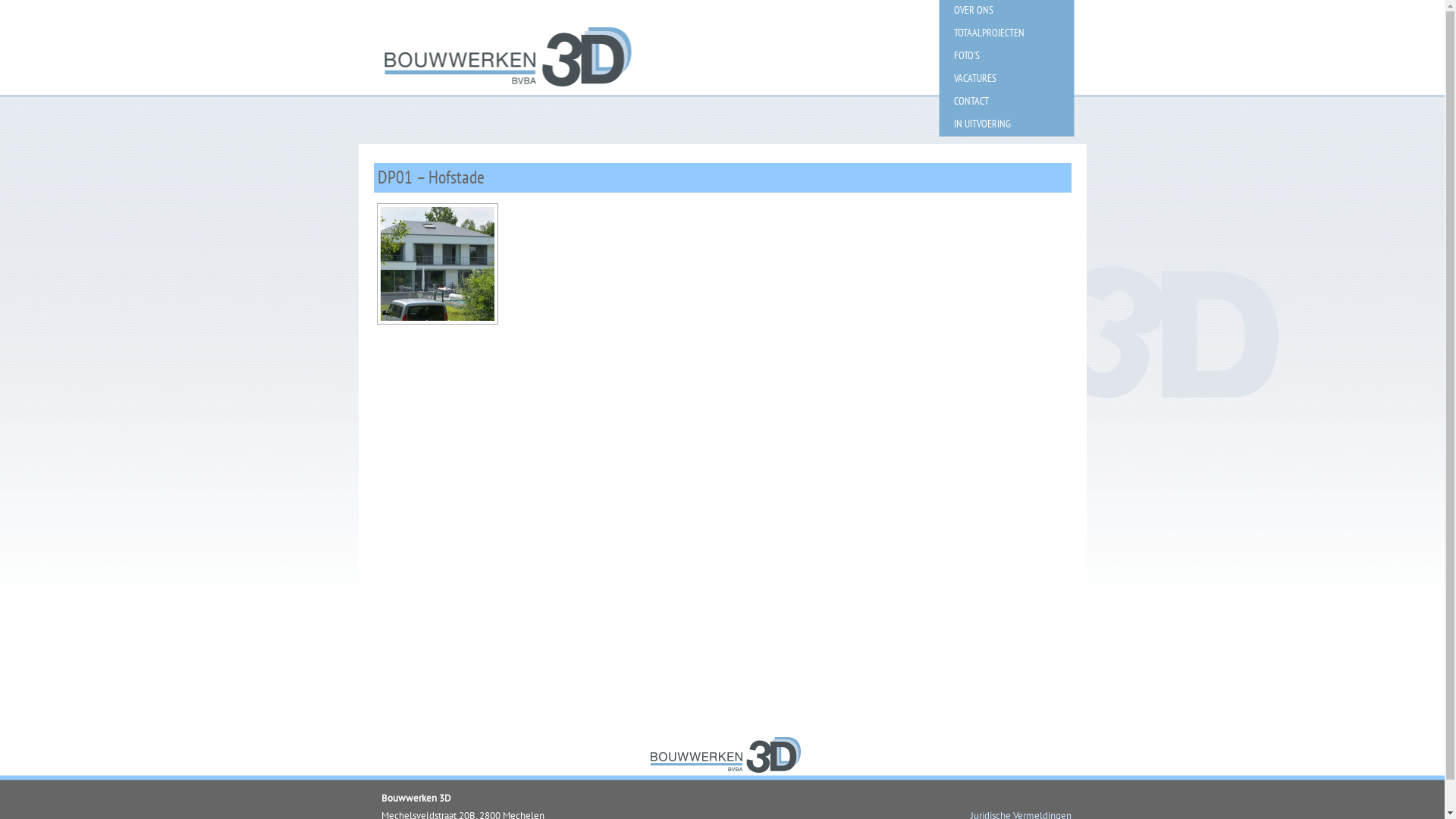  I want to click on 'CONTACT', so click(938, 100).